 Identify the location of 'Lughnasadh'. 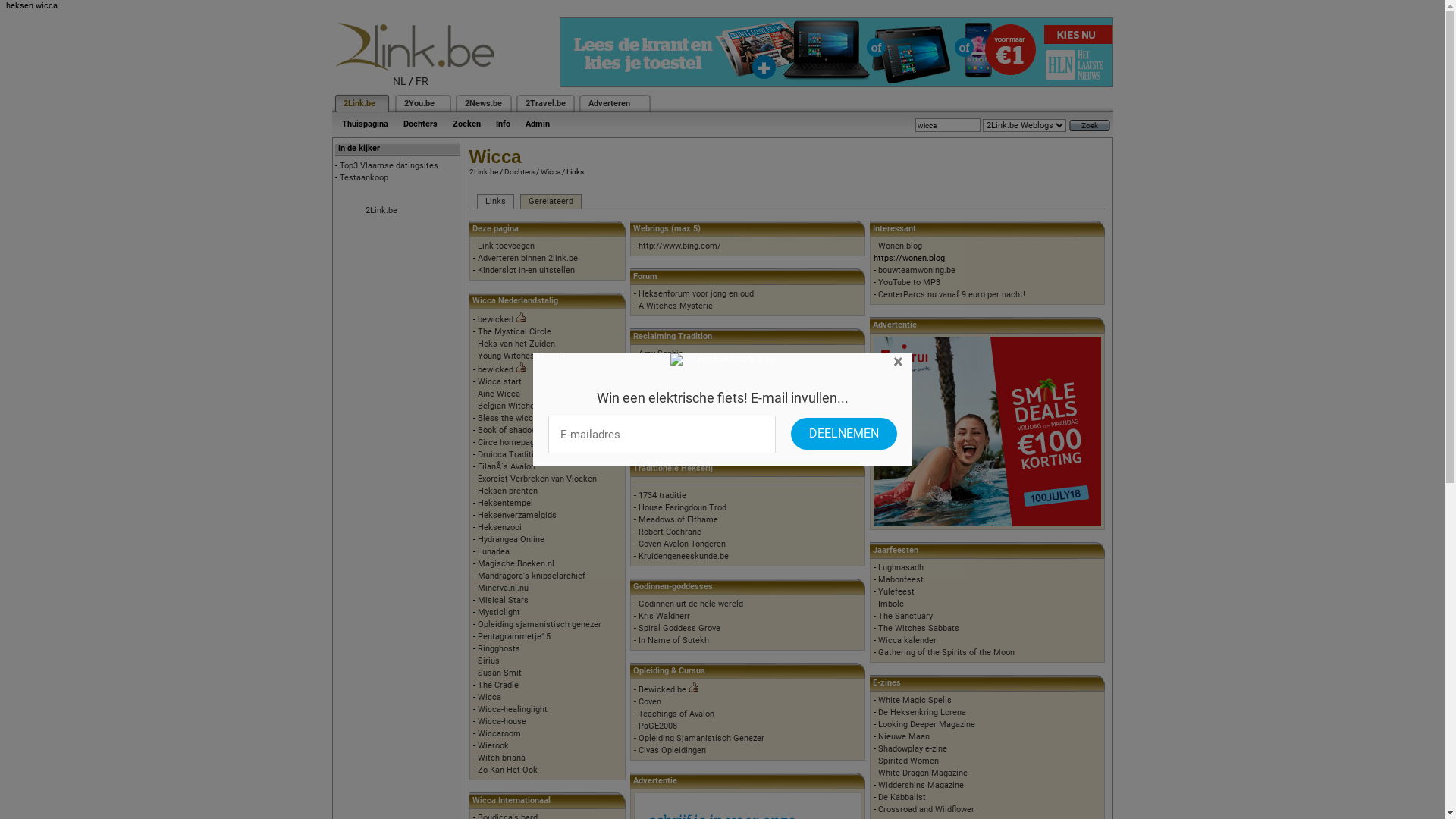
(877, 567).